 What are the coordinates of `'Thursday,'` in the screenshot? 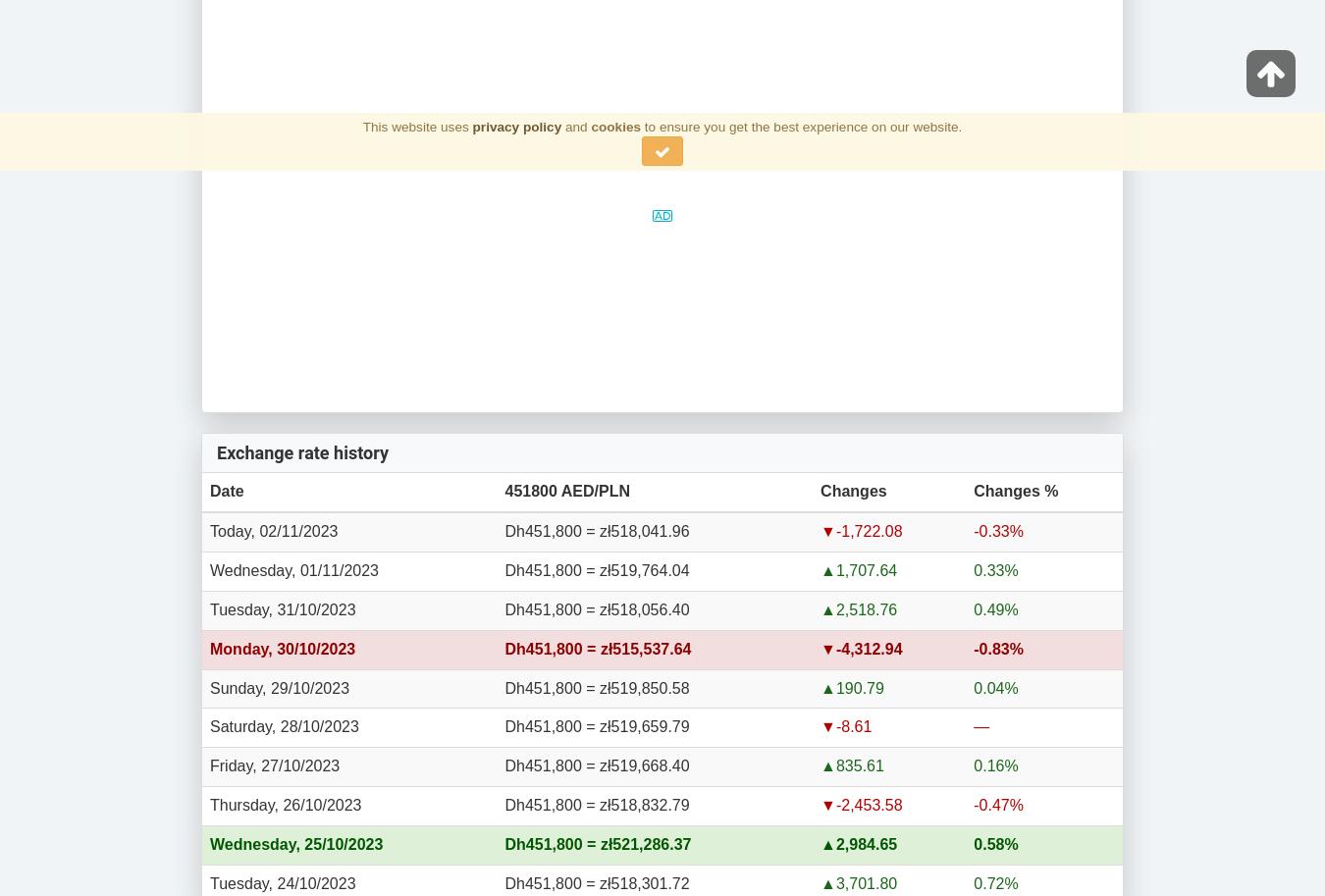 It's located at (209, 804).